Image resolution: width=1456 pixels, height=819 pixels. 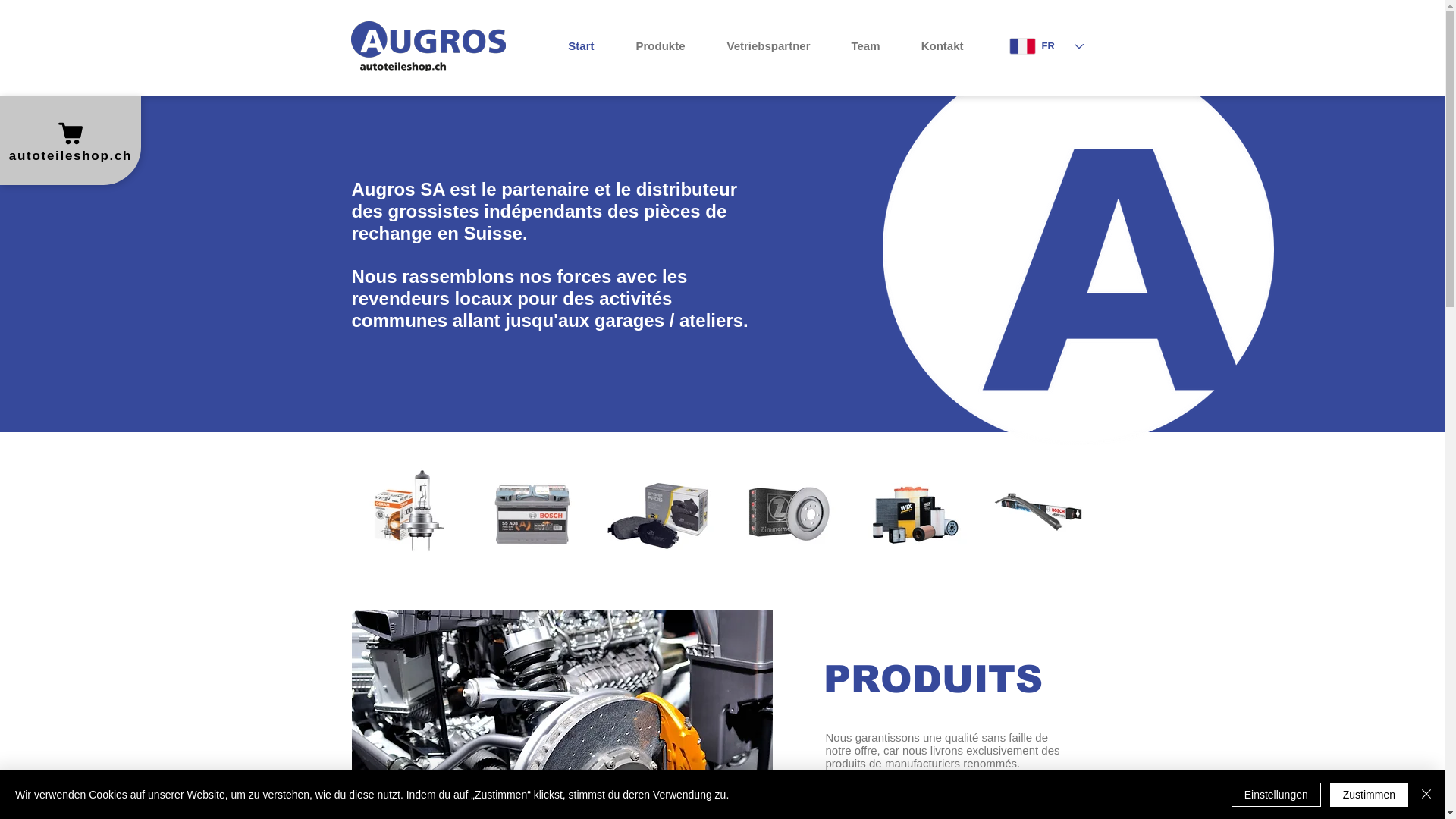 I want to click on 'Vetriebspartner', so click(x=758, y=45).